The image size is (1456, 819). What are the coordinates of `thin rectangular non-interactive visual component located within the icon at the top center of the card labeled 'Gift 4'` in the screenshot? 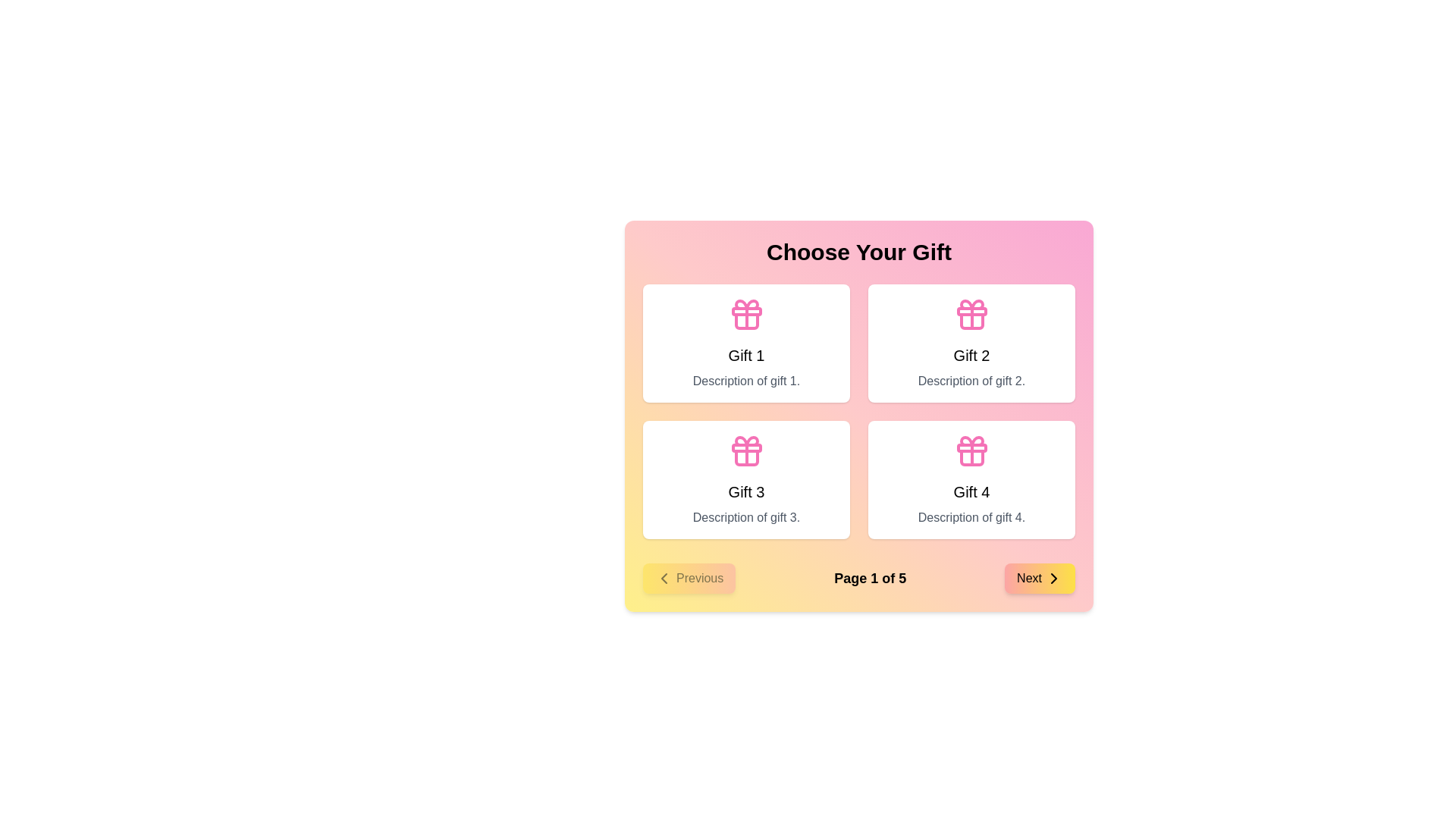 It's located at (746, 311).